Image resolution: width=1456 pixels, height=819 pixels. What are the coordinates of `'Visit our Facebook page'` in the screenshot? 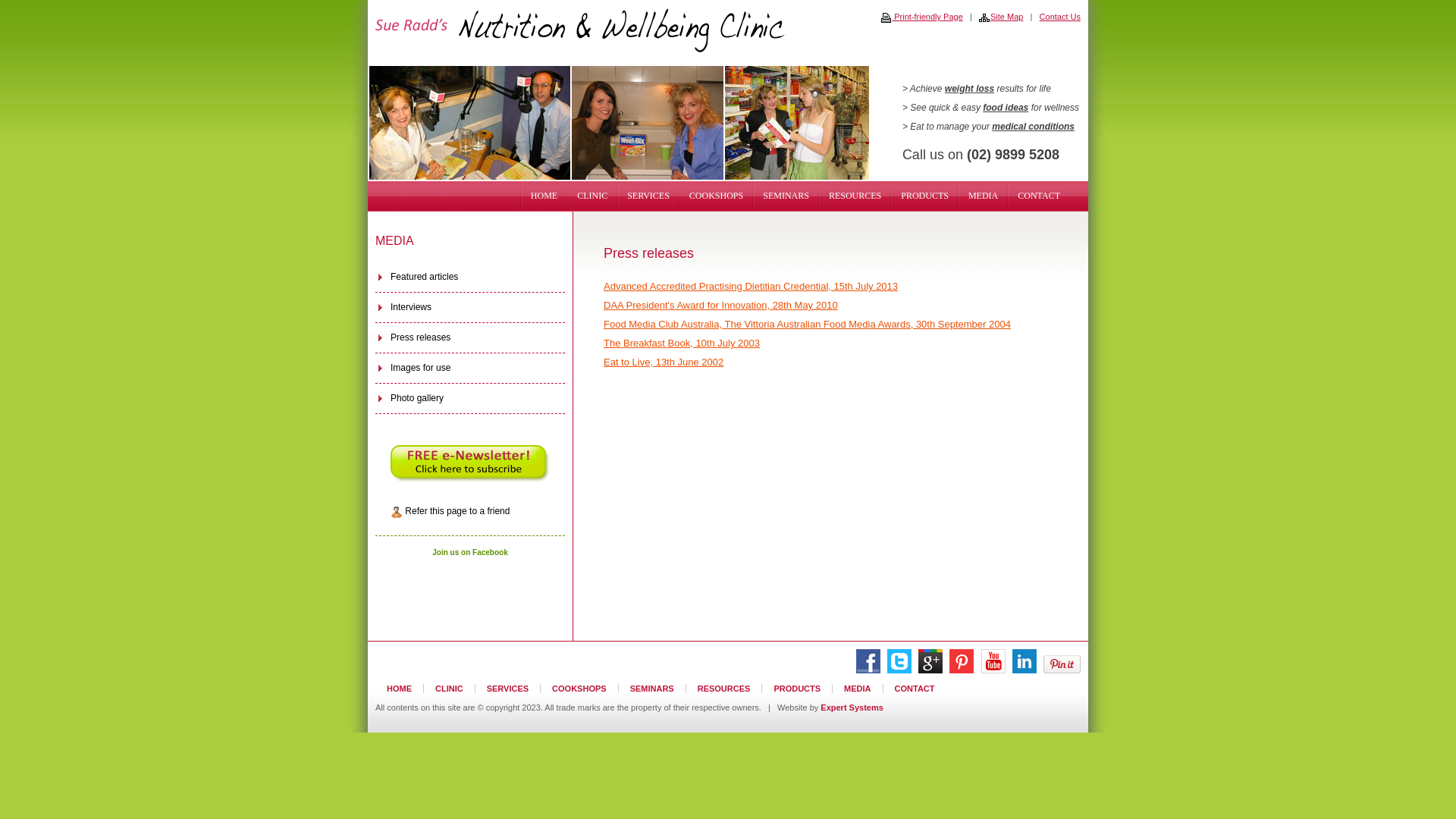 It's located at (868, 669).